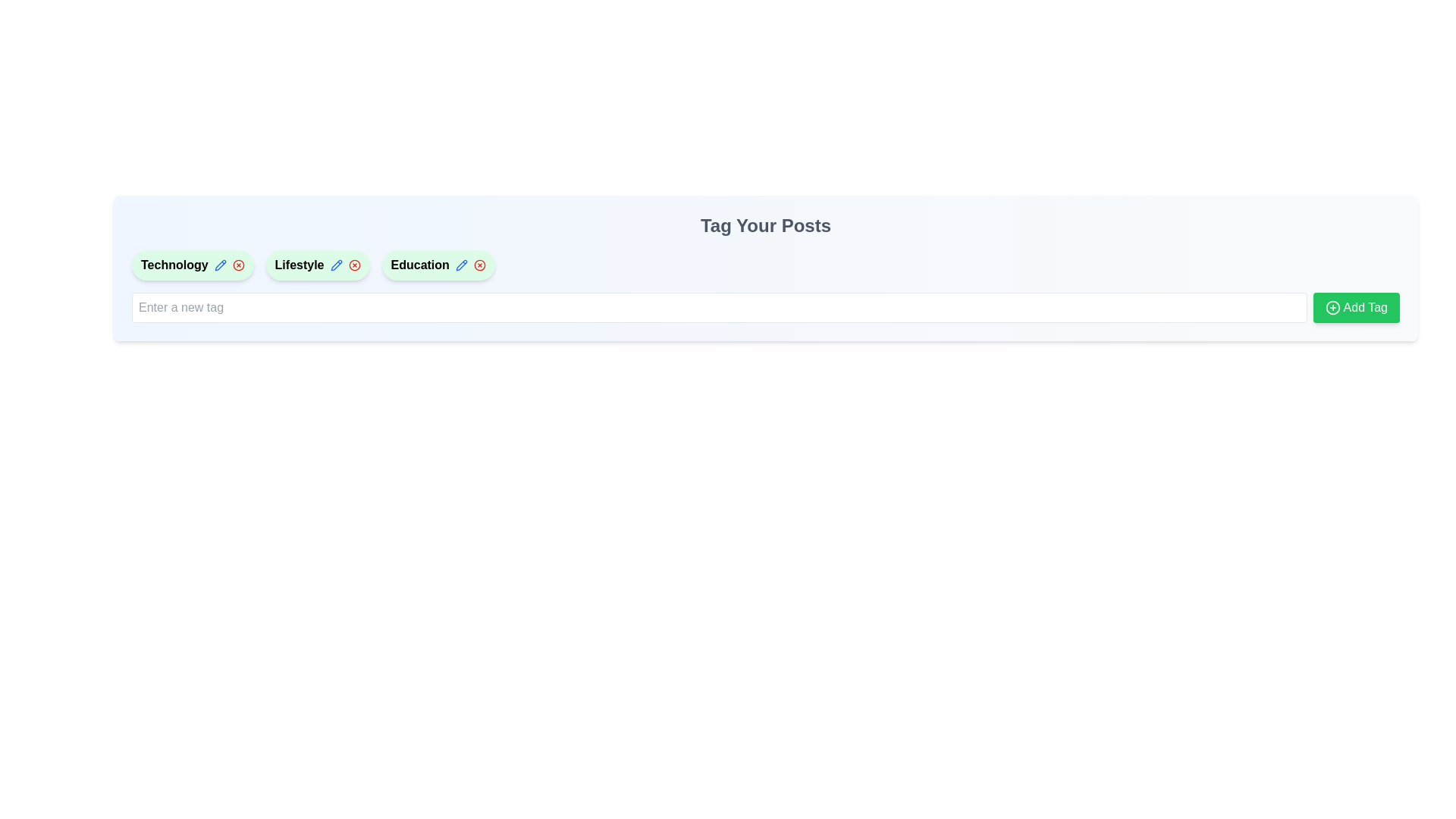 The height and width of the screenshot is (819, 1456). What do you see at coordinates (219, 265) in the screenshot?
I see `the edit icon located to the right of the 'Education' tag label` at bounding box center [219, 265].